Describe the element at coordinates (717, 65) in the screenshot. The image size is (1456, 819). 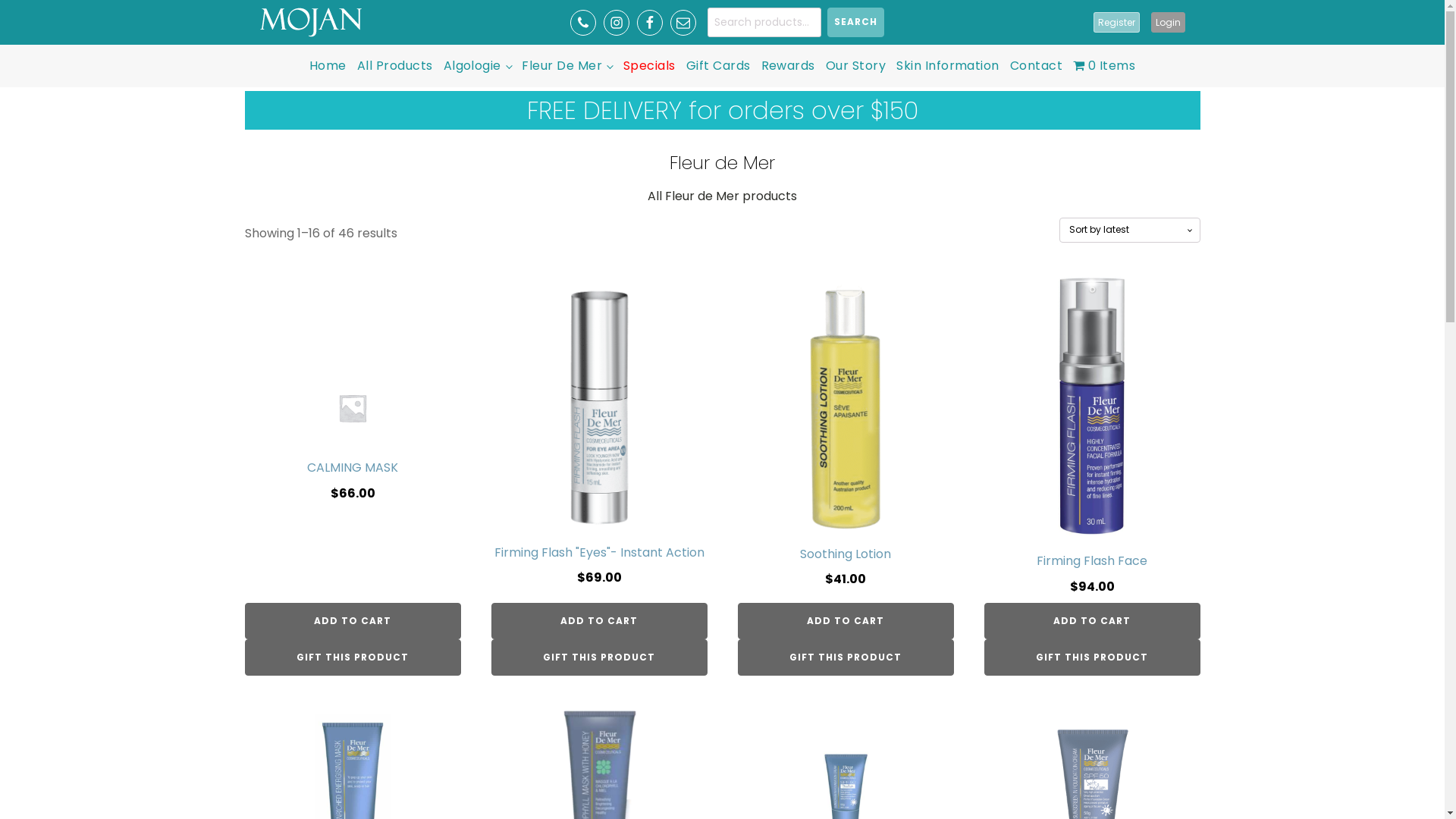
I see `'Gift Cards'` at that location.